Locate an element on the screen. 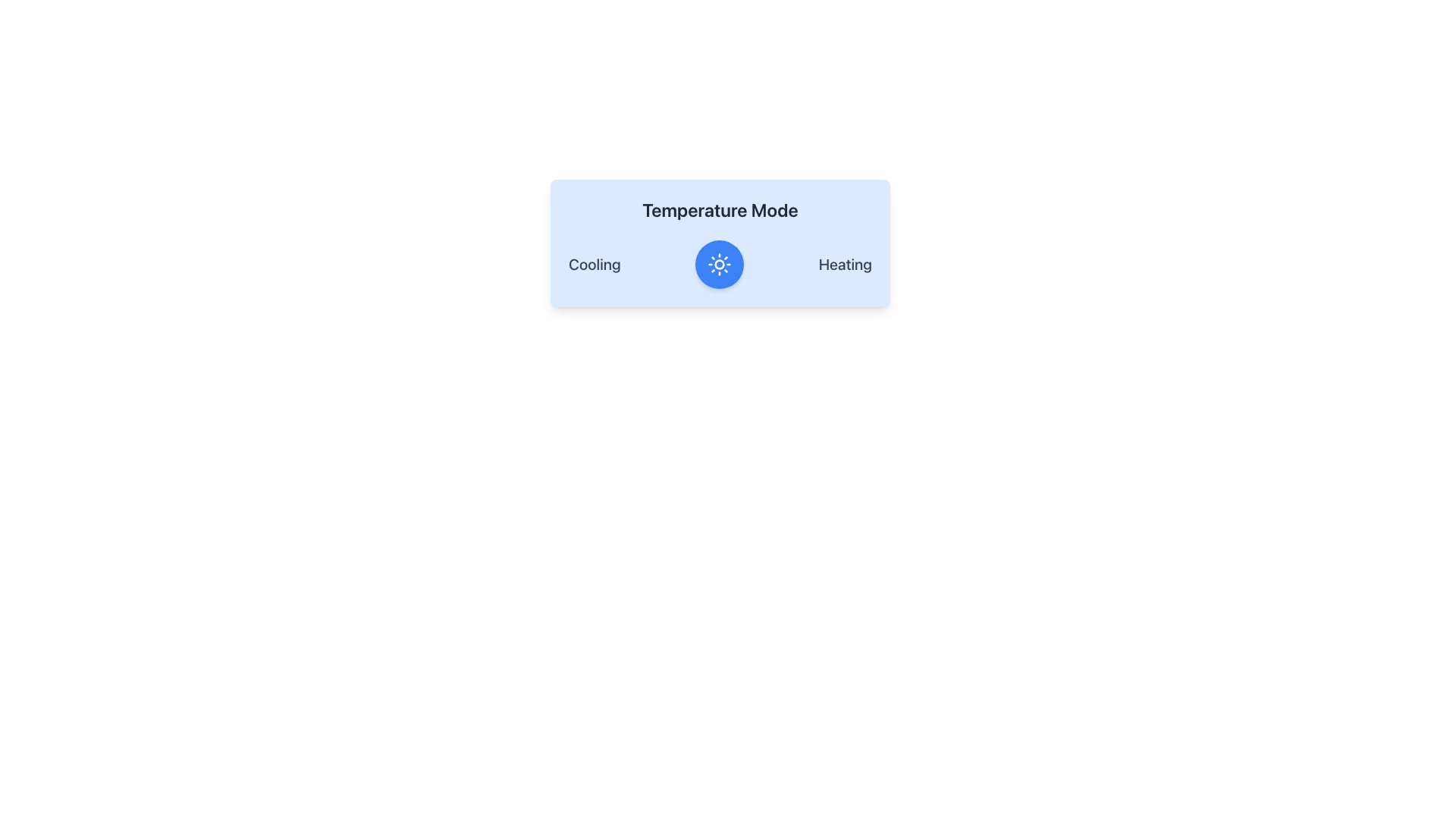 The image size is (1456, 819). the circular icon within the 'Temperature Mode' selection interface, which symbolizes a neutral state is located at coordinates (719, 263).